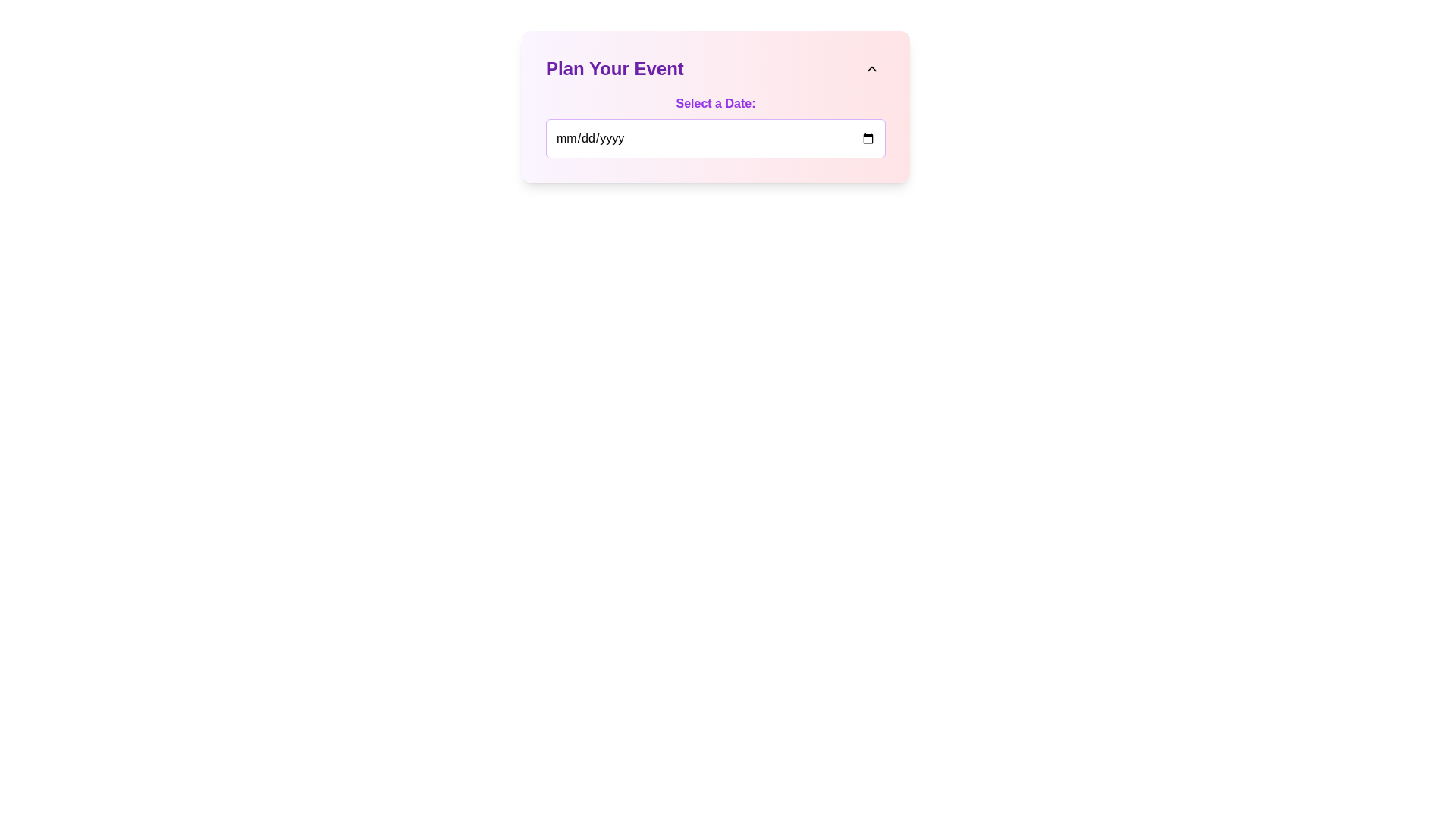 The height and width of the screenshot is (819, 1456). What do you see at coordinates (715, 138) in the screenshot?
I see `the date input field styled with a light border and rounded edges, located below 'Select a Date:' in the 'Plan Your Event' section` at bounding box center [715, 138].